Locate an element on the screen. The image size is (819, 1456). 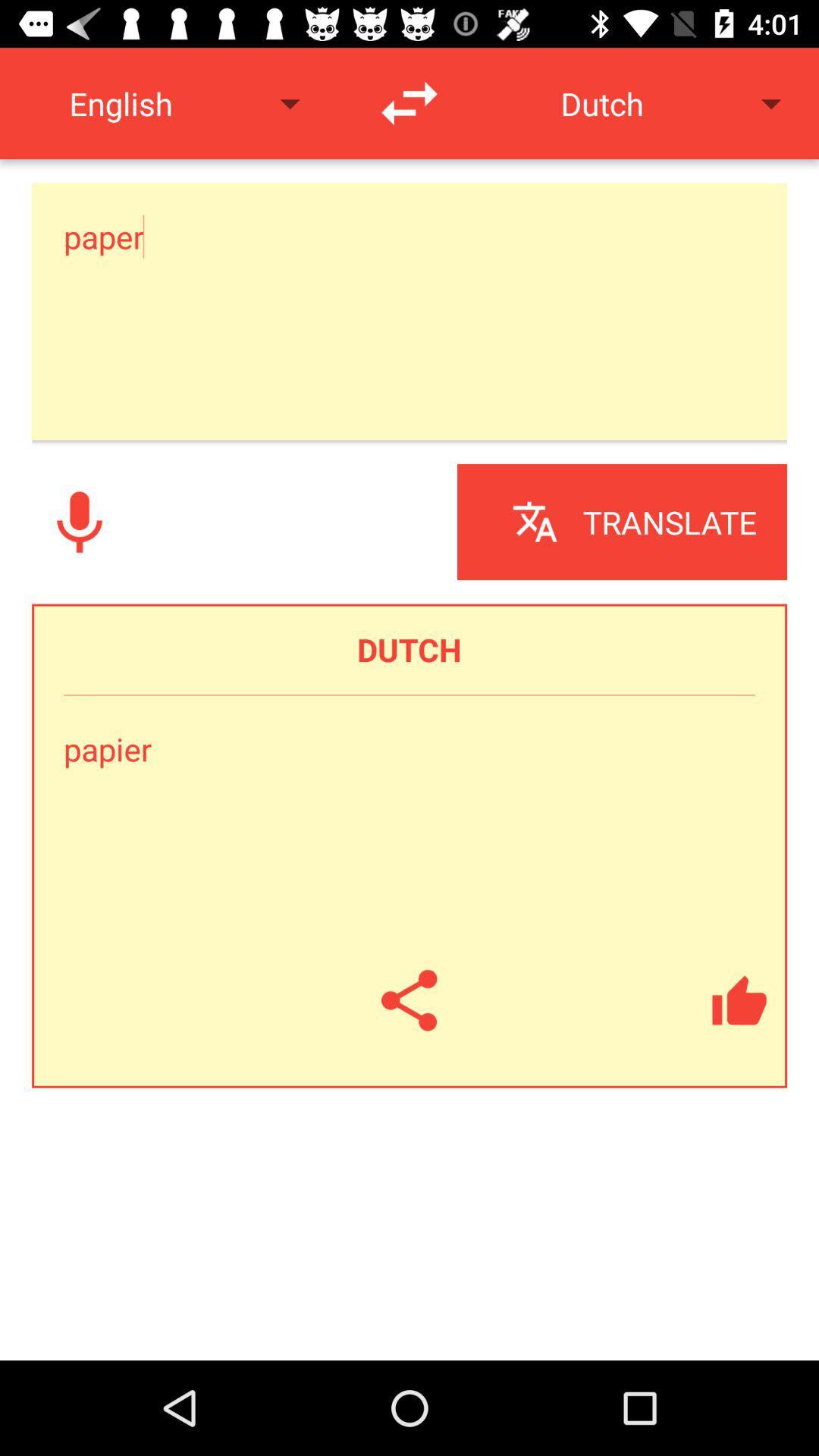
language option is located at coordinates (409, 102).